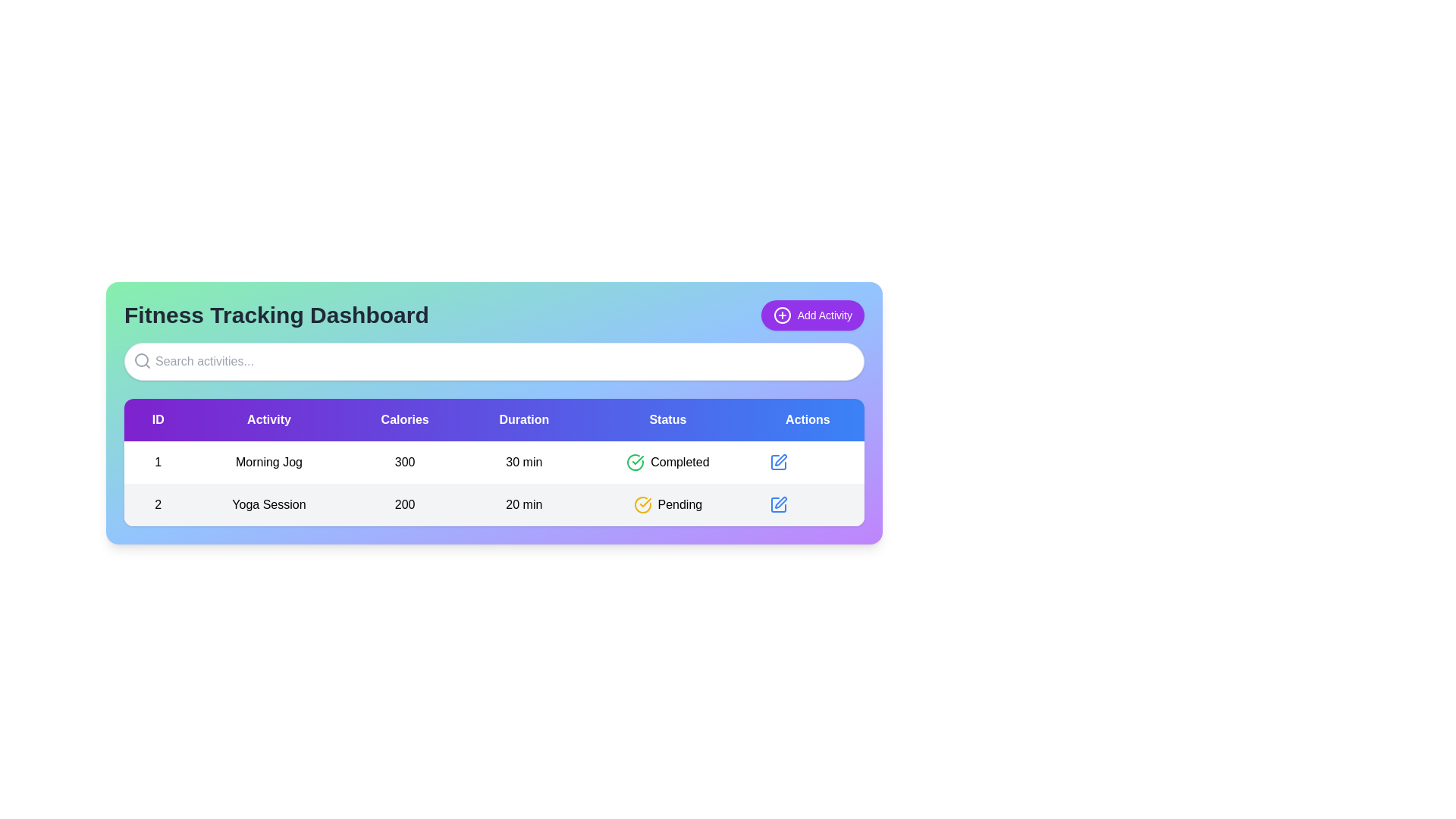 This screenshot has height=819, width=1456. I want to click on the read-only text box displaying '30 min' located under the 'Duration' header in the table, so click(524, 461).